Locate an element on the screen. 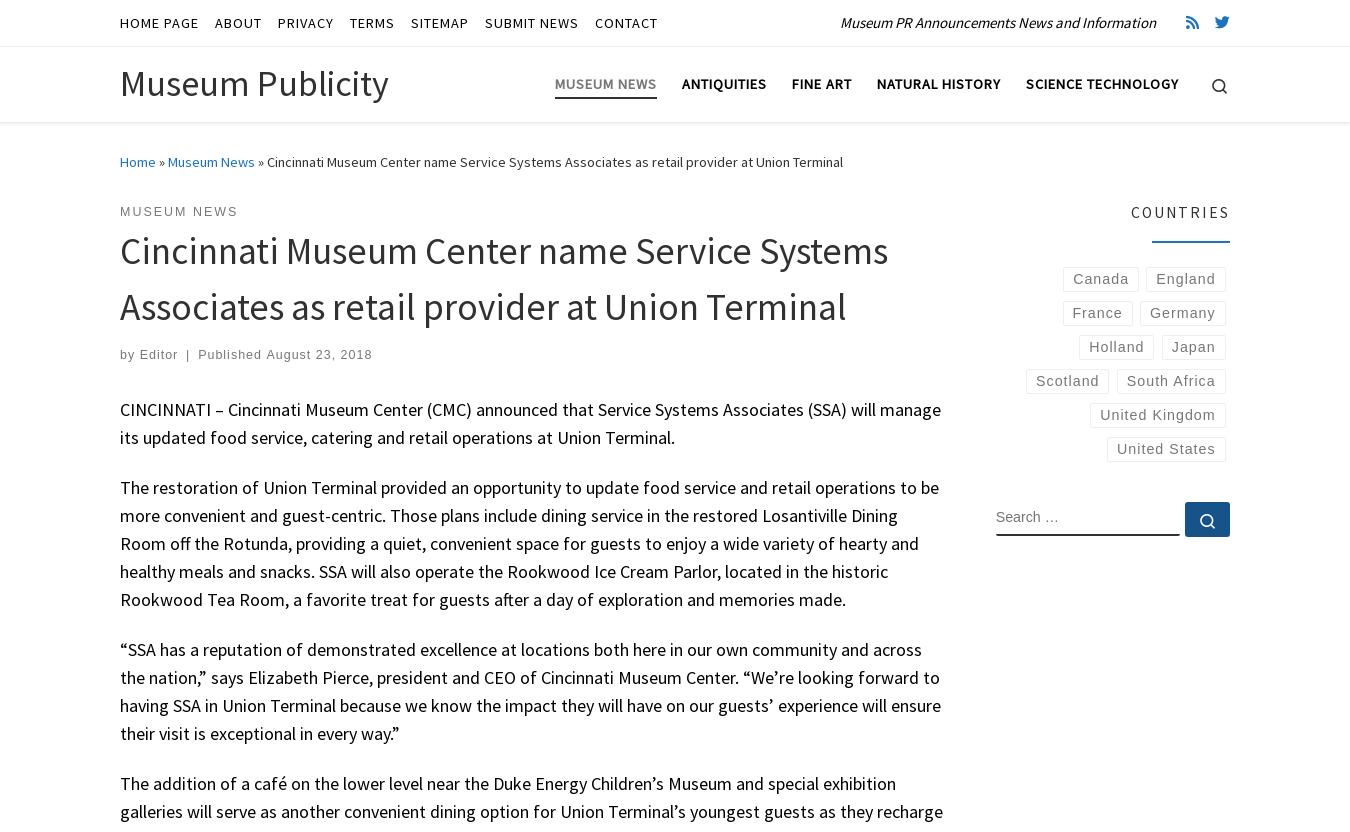 This screenshot has height=832, width=1350. 'PRIVACY' is located at coordinates (276, 22).